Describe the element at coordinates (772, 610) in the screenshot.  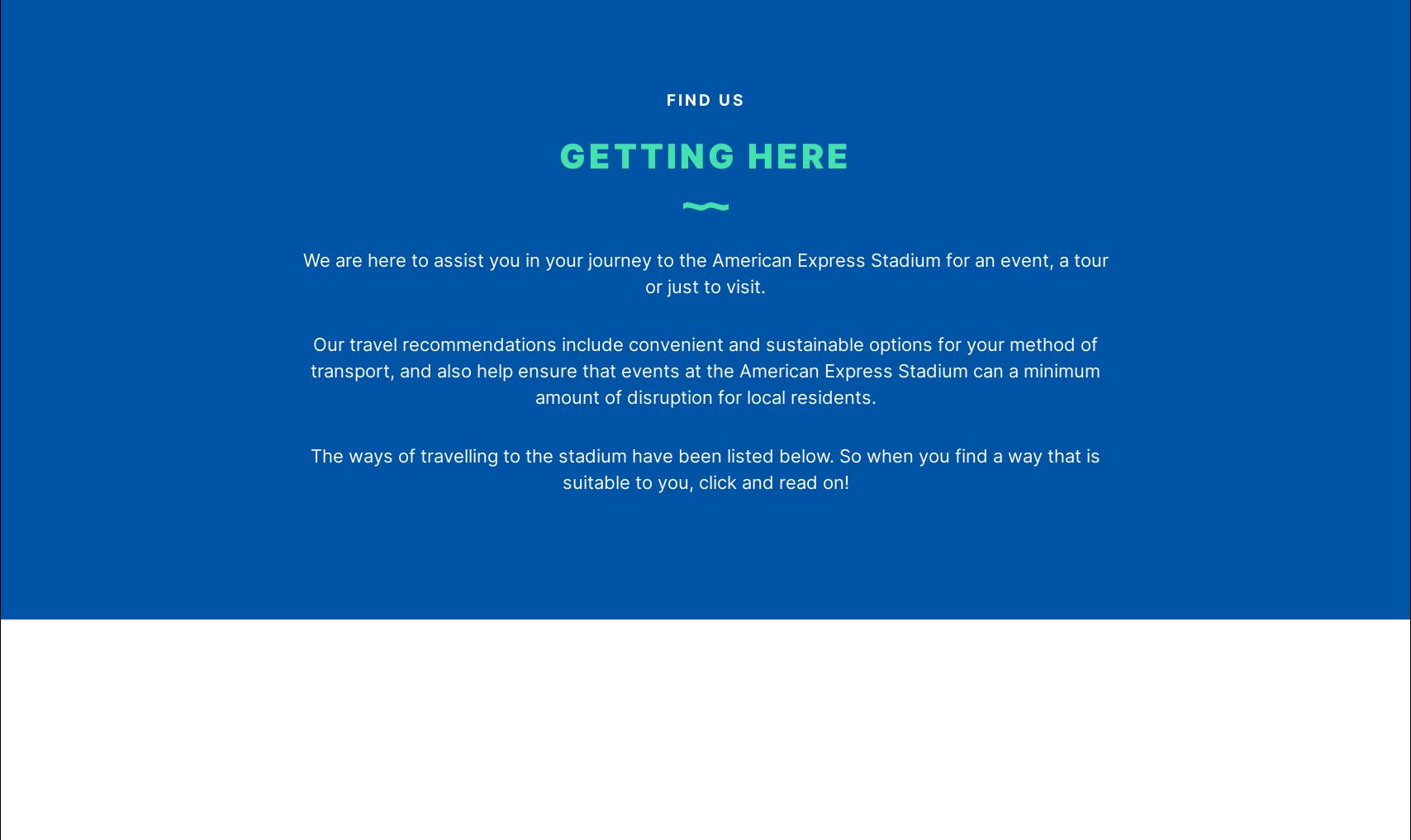
I see `'. All rights reserved.'` at that location.